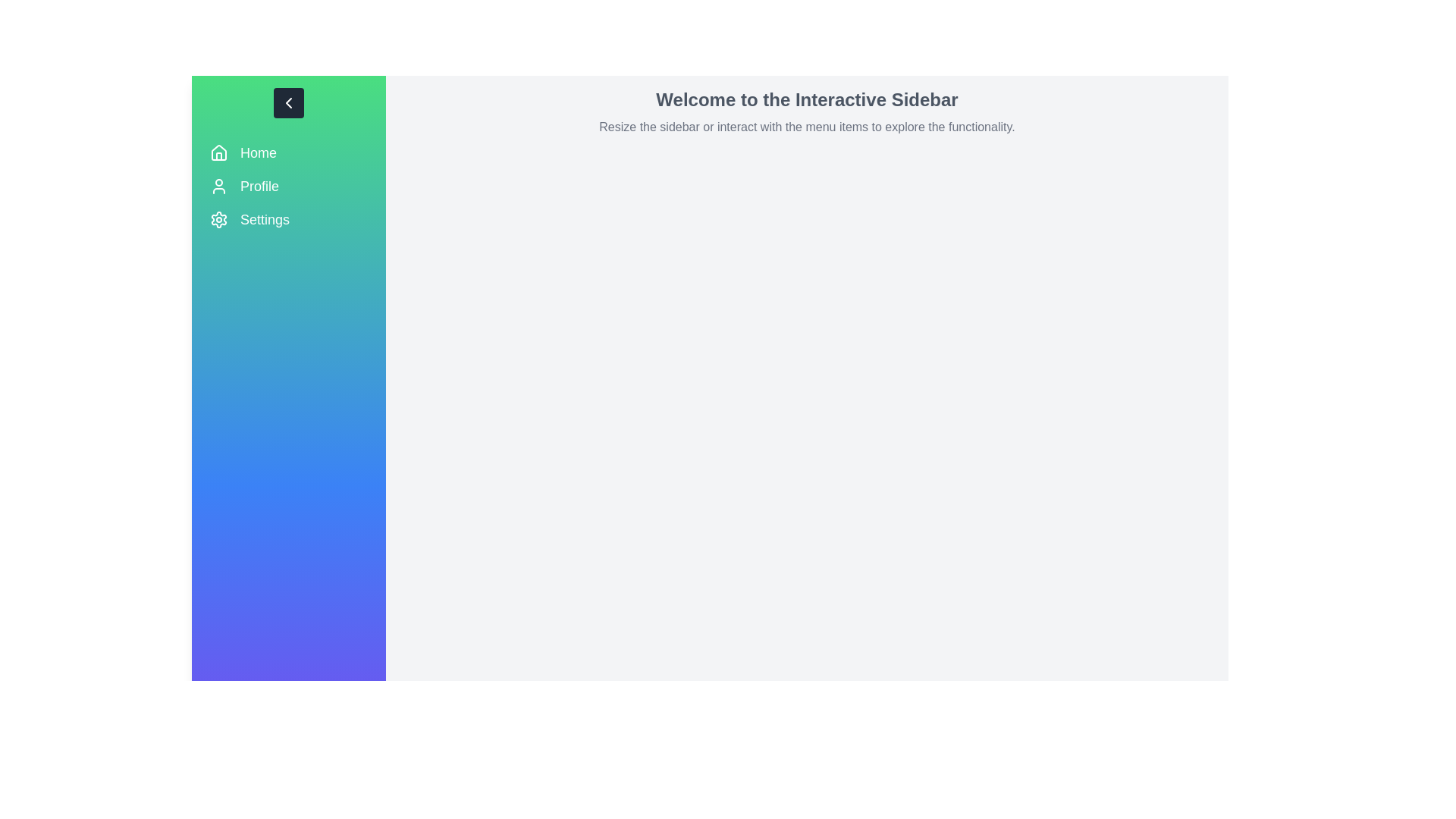 This screenshot has height=819, width=1456. What do you see at coordinates (288, 186) in the screenshot?
I see `the menu item Profile to navigate to the corresponding section` at bounding box center [288, 186].